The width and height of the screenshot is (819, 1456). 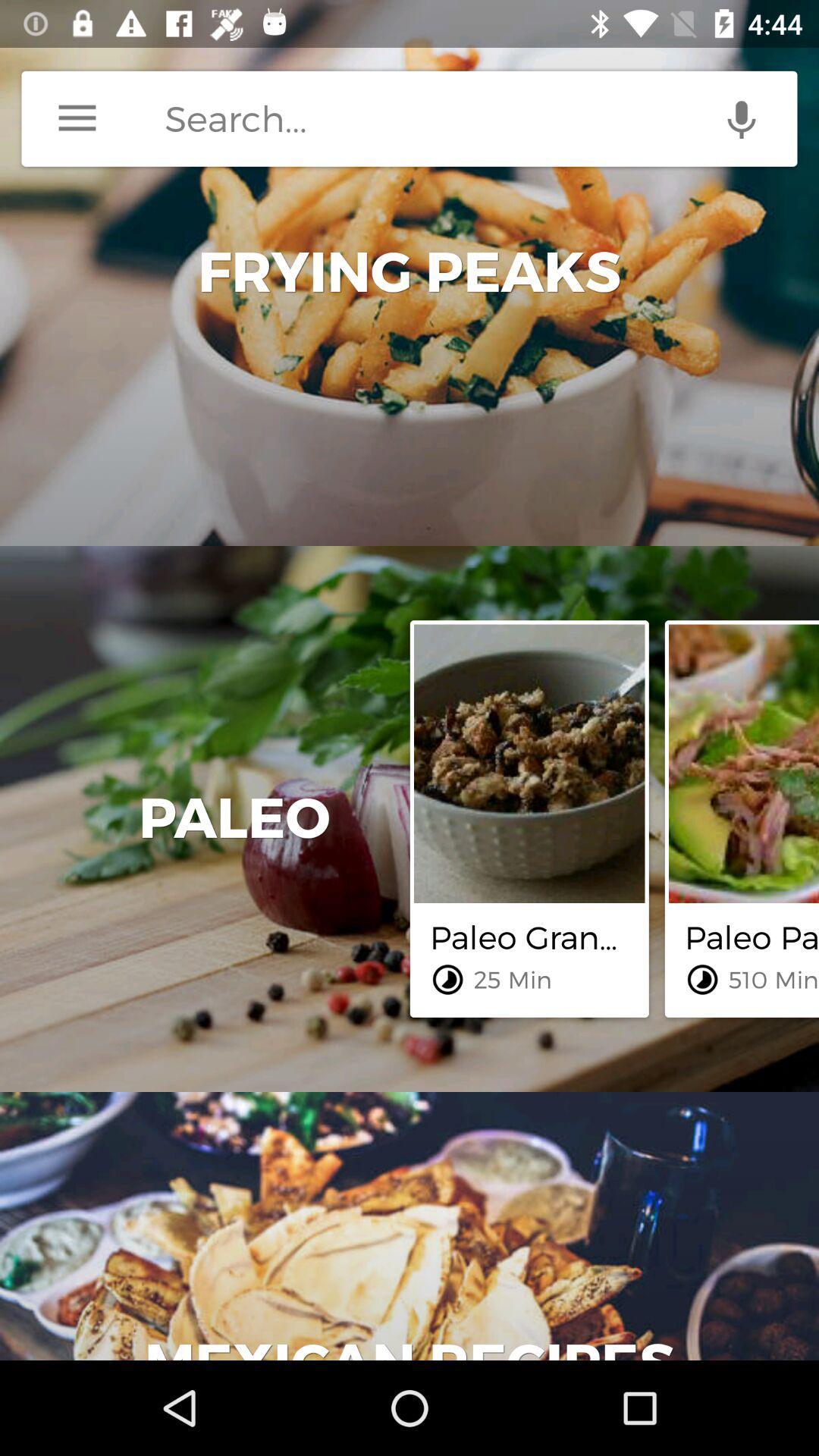 I want to click on speak to enter text, so click(x=741, y=118).